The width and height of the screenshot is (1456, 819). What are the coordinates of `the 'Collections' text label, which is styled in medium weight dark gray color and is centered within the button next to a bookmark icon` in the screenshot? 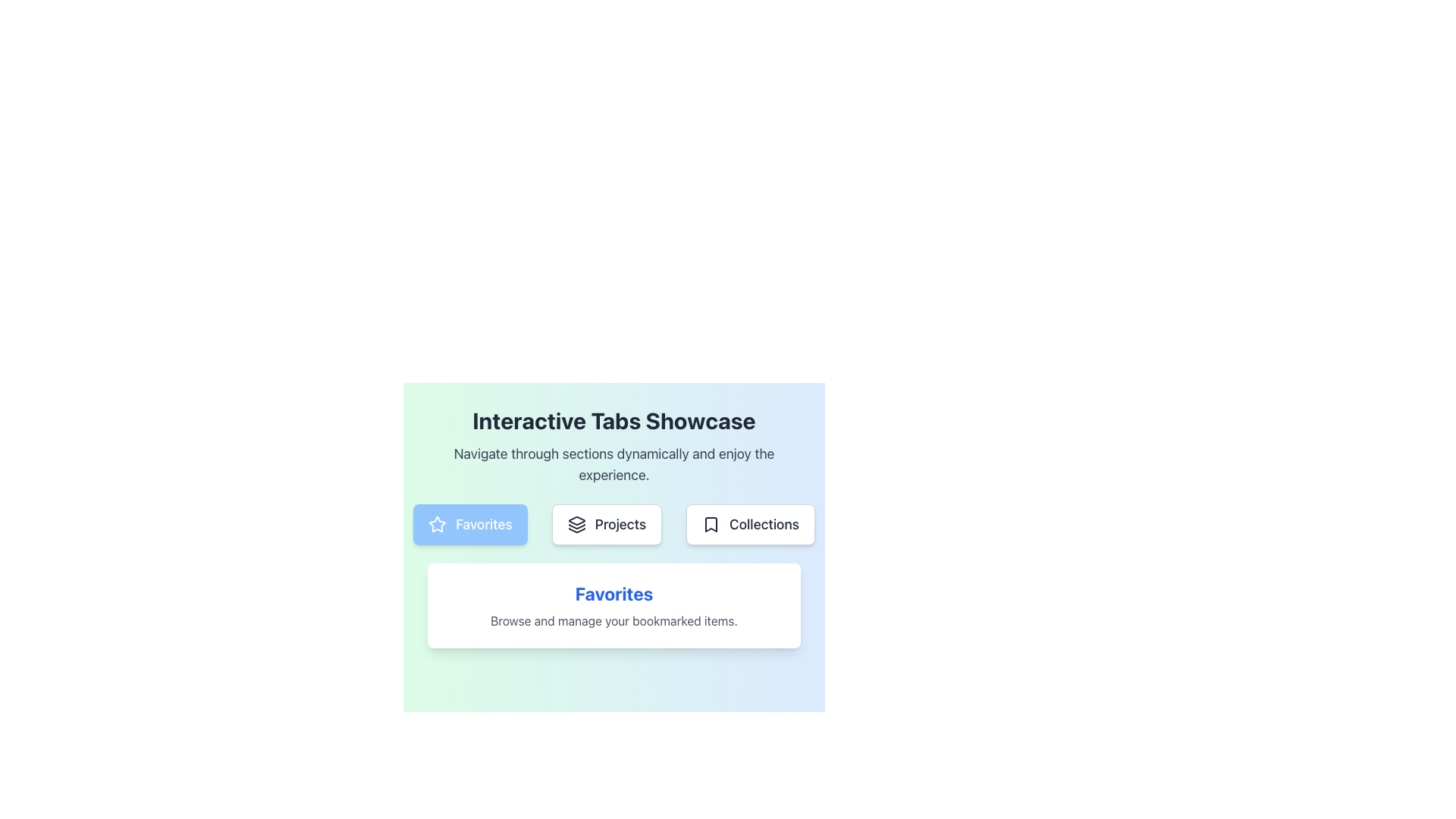 It's located at (764, 523).